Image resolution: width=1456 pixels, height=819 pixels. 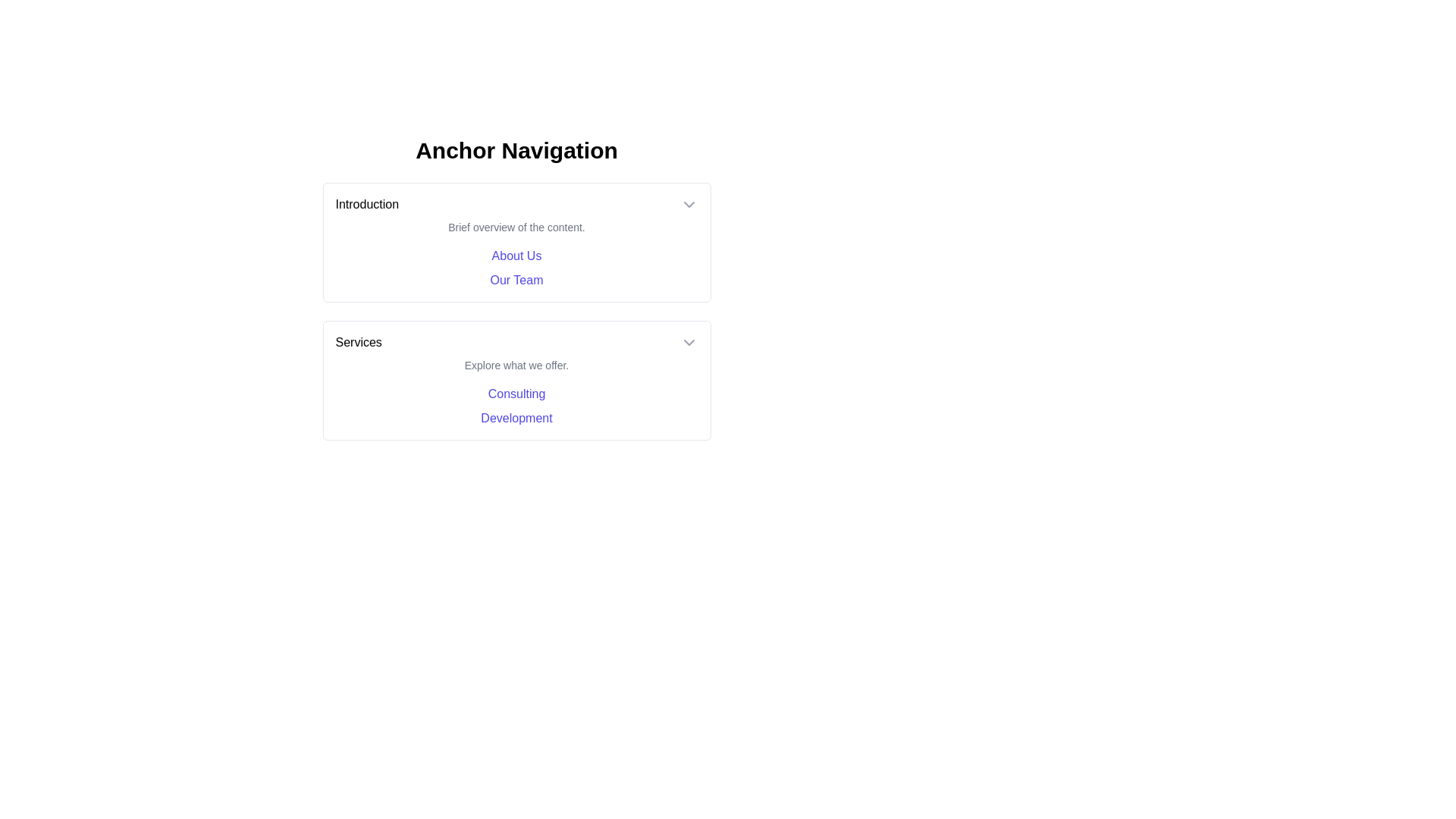 I want to click on the 'Consulting' hyperlink located in the 'Services' section, styled in indigo blue and underlined on hover, so click(x=516, y=393).